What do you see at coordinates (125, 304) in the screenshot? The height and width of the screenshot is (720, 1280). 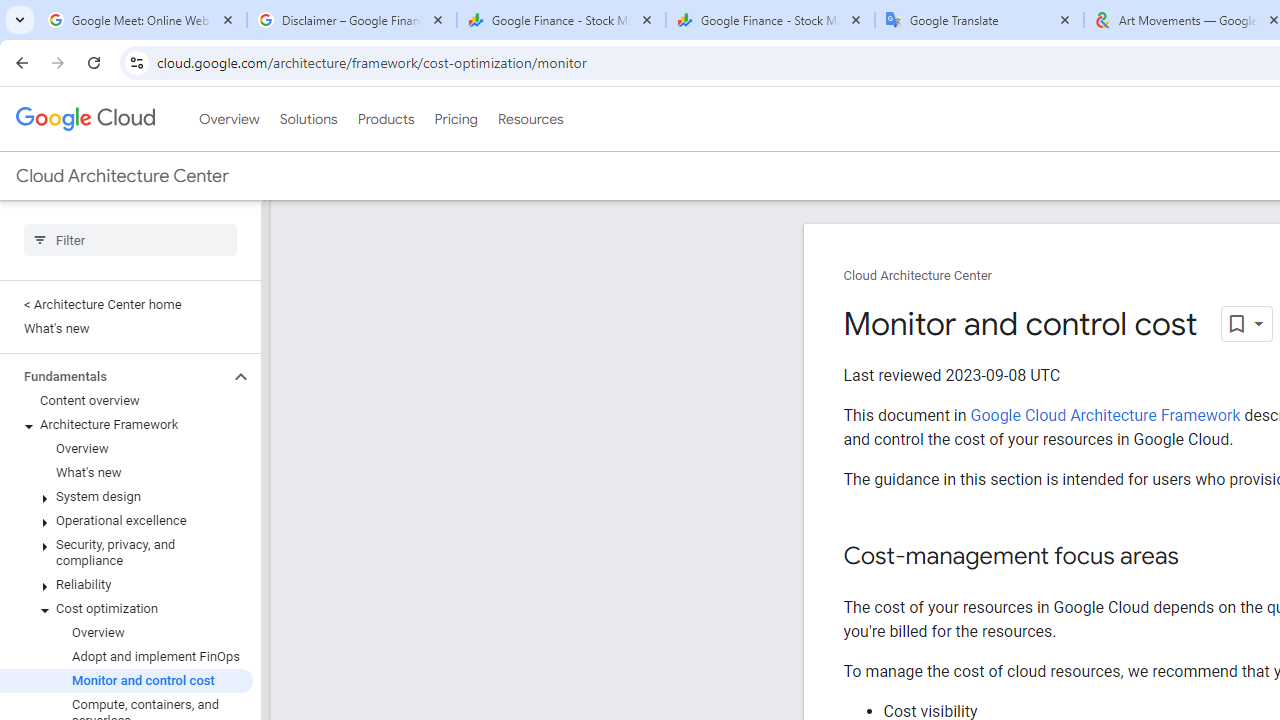 I see `'< Architecture Center home'` at bounding box center [125, 304].